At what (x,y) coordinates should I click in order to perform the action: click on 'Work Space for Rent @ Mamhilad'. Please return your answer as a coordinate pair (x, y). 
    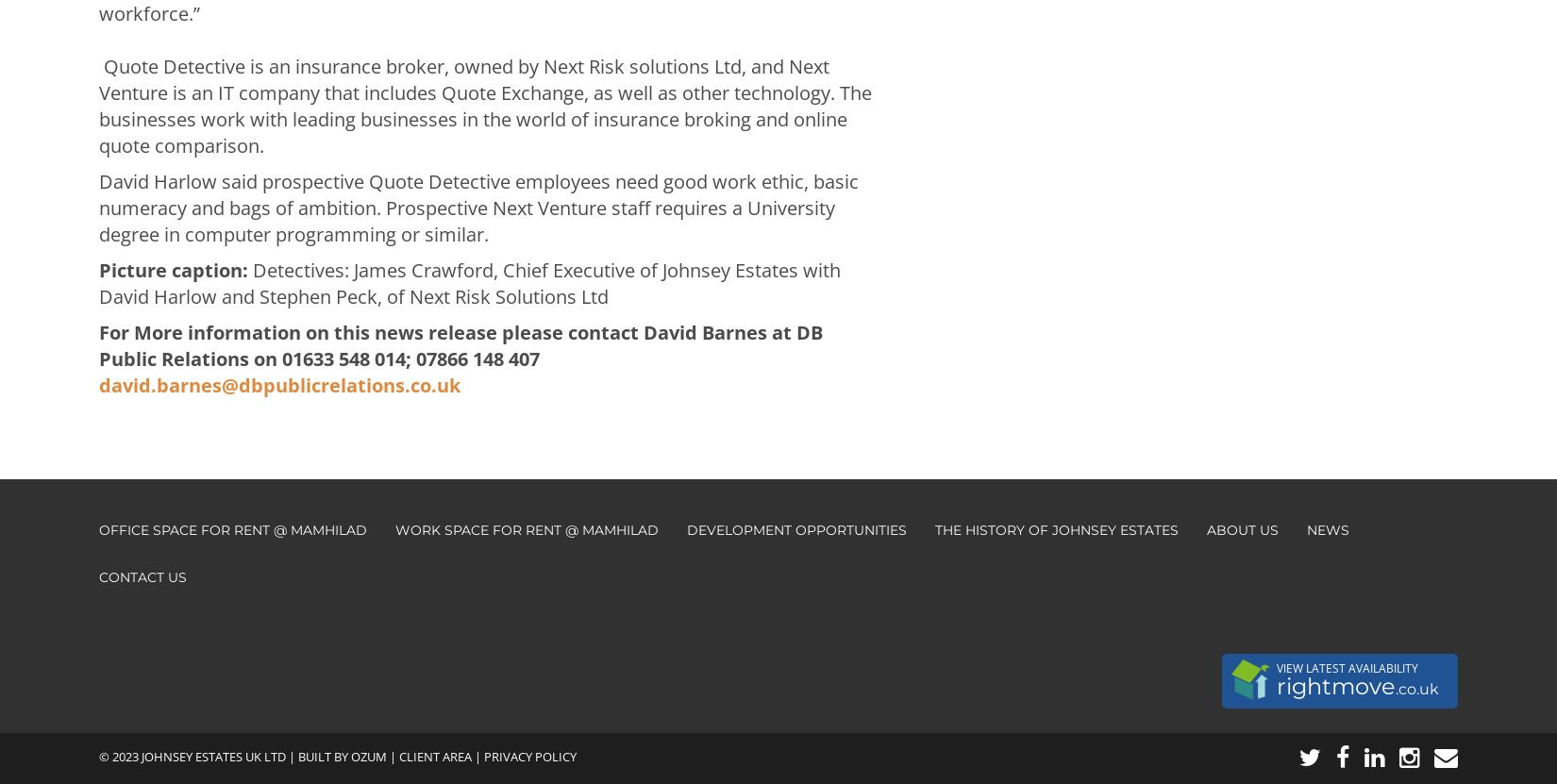
    Looking at the image, I should click on (526, 530).